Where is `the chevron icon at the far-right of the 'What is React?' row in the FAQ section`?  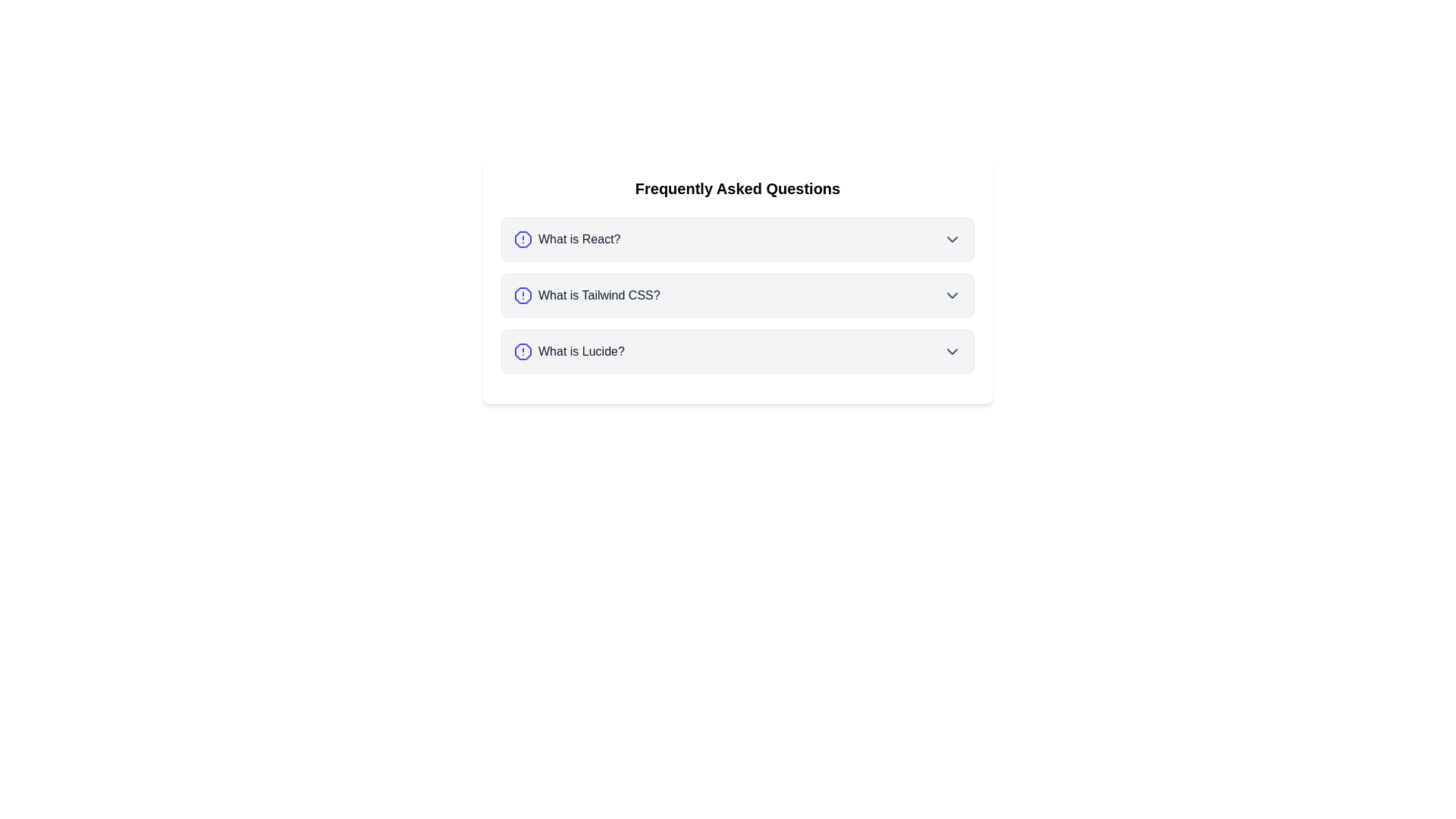 the chevron icon at the far-right of the 'What is React?' row in the FAQ section is located at coordinates (952, 239).